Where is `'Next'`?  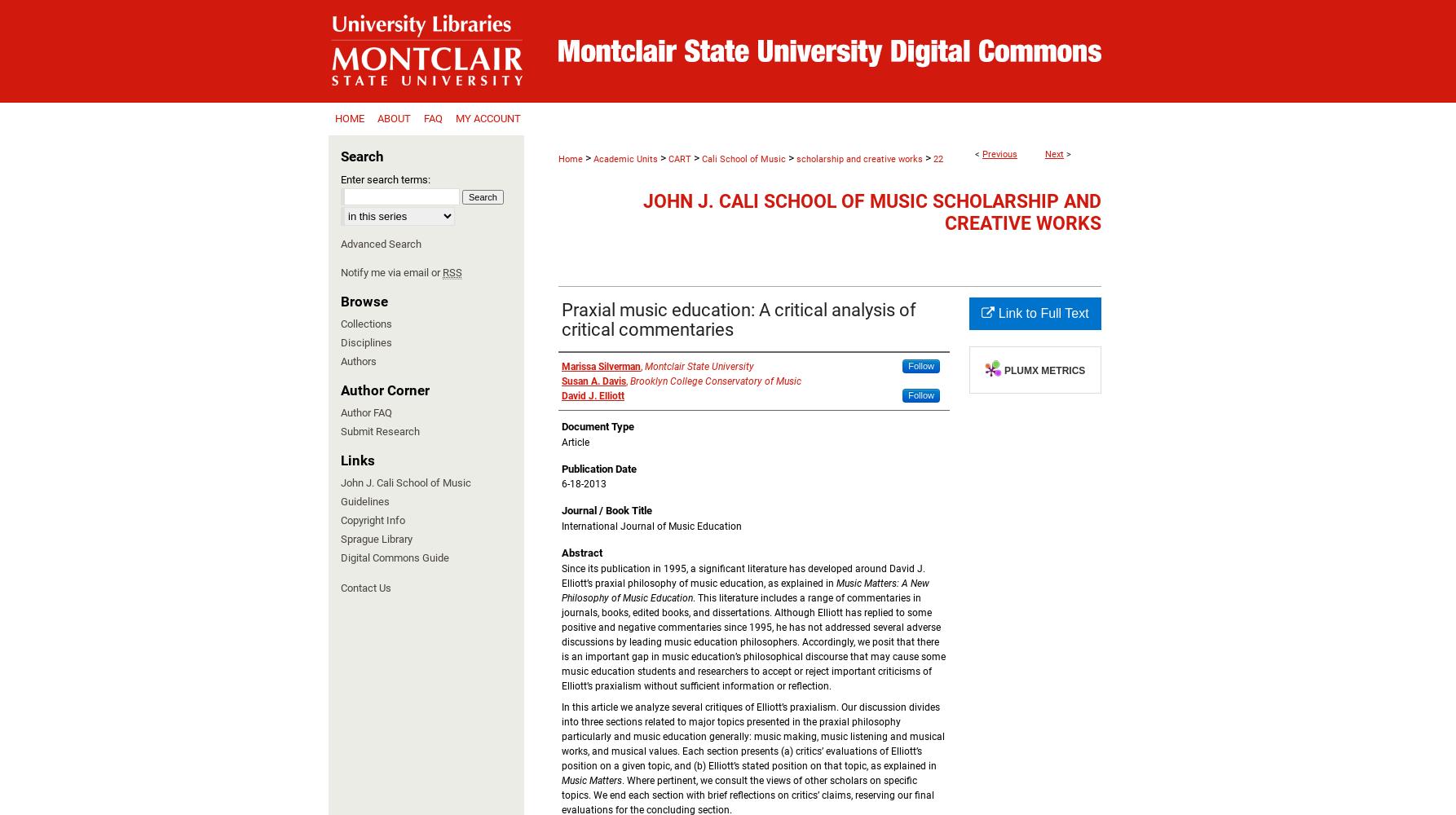
'Next' is located at coordinates (1044, 153).